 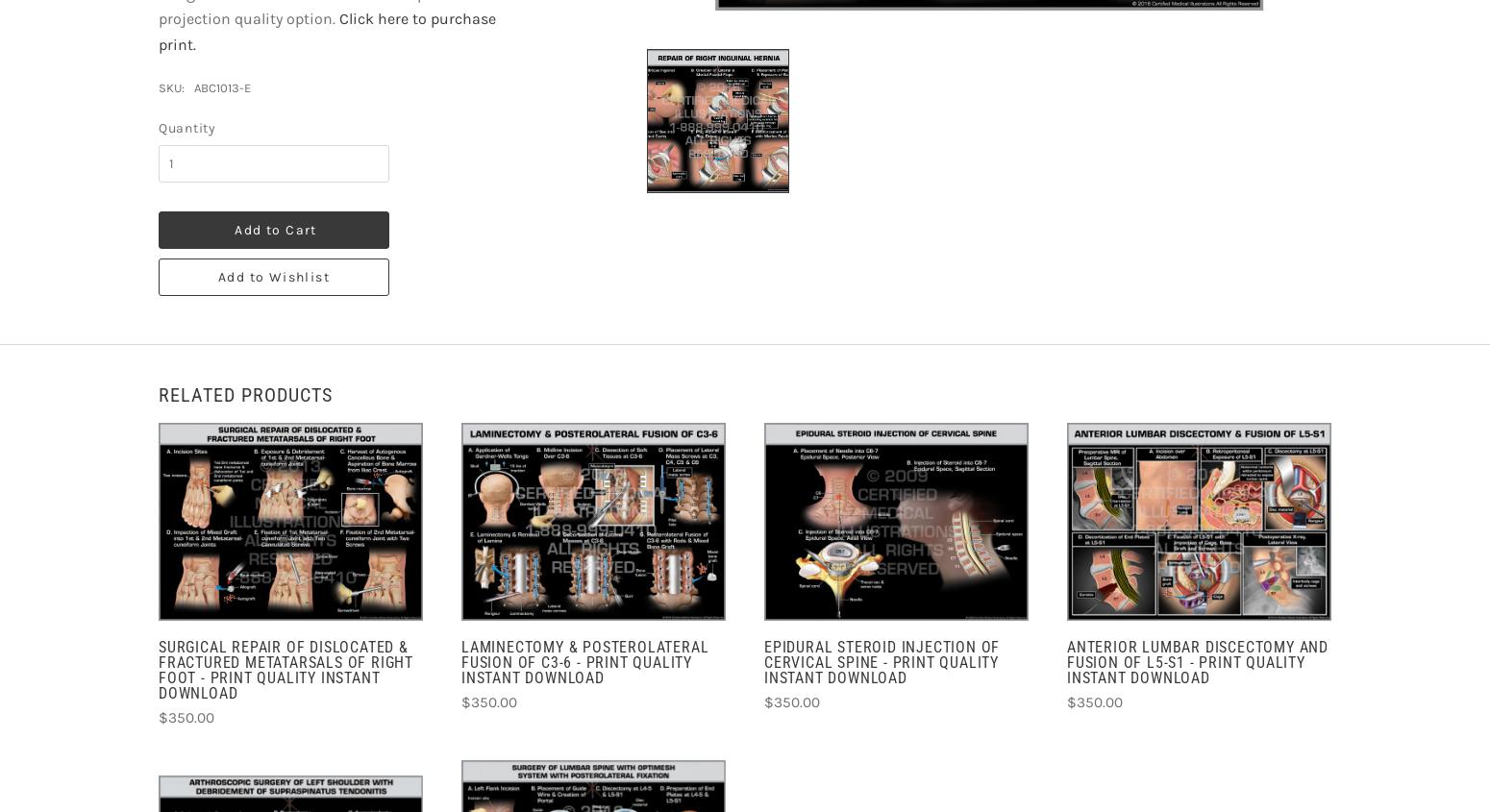 I want to click on 'Quantity', so click(x=186, y=128).